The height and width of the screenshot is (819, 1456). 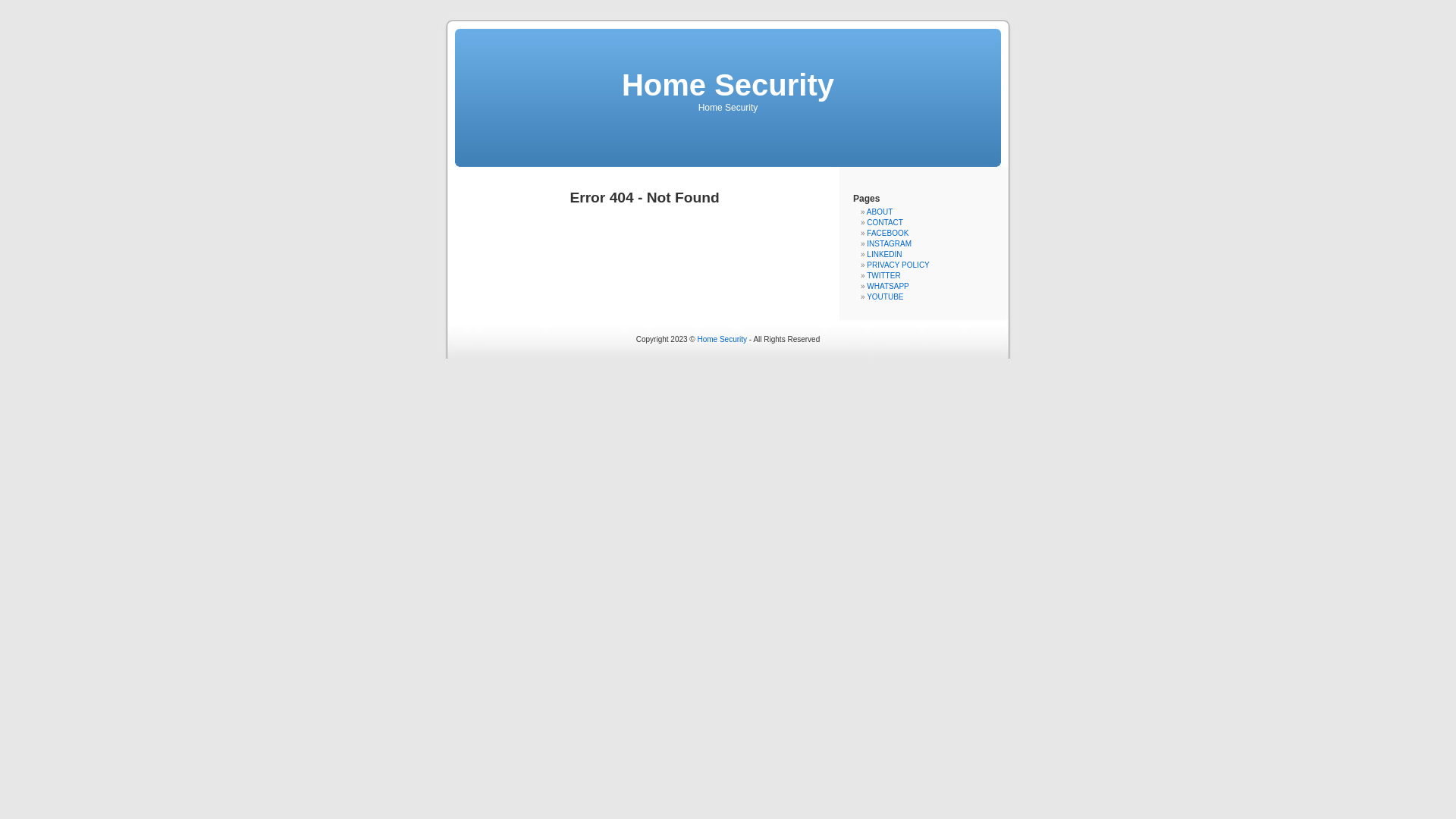 I want to click on 'PRIVACY POLICY', so click(x=866, y=264).